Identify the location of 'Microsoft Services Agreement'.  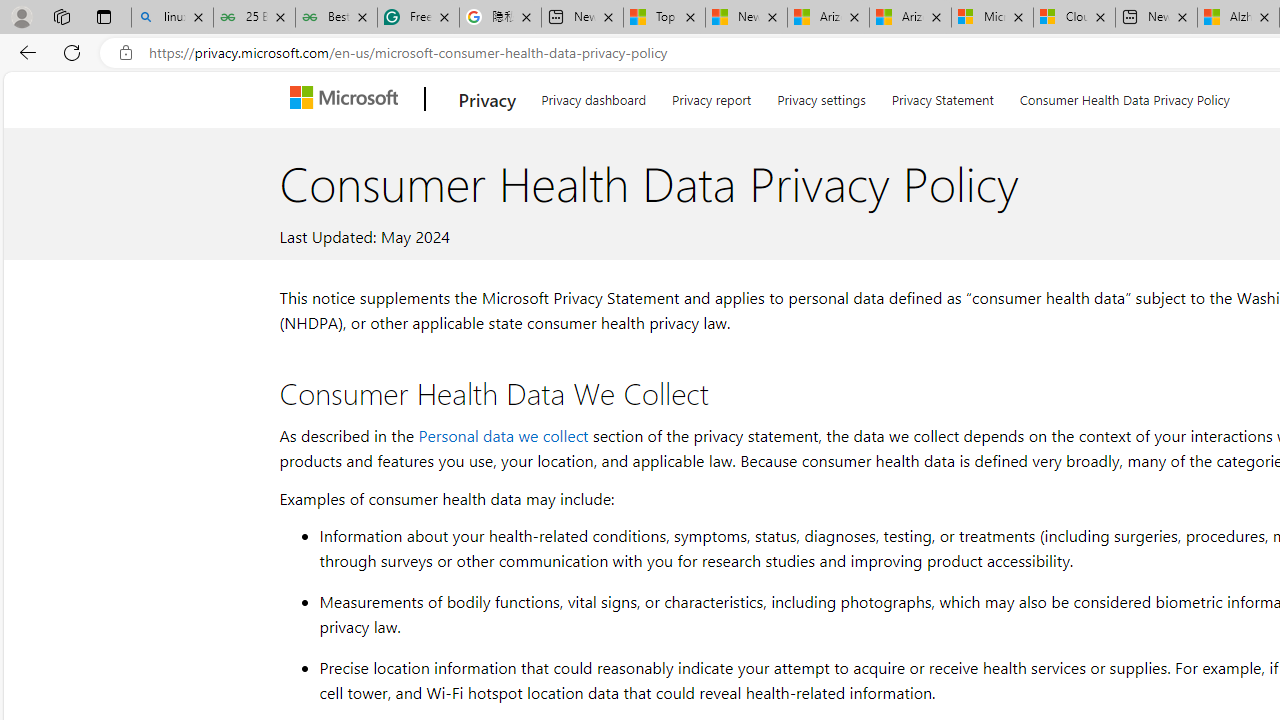
(992, 17).